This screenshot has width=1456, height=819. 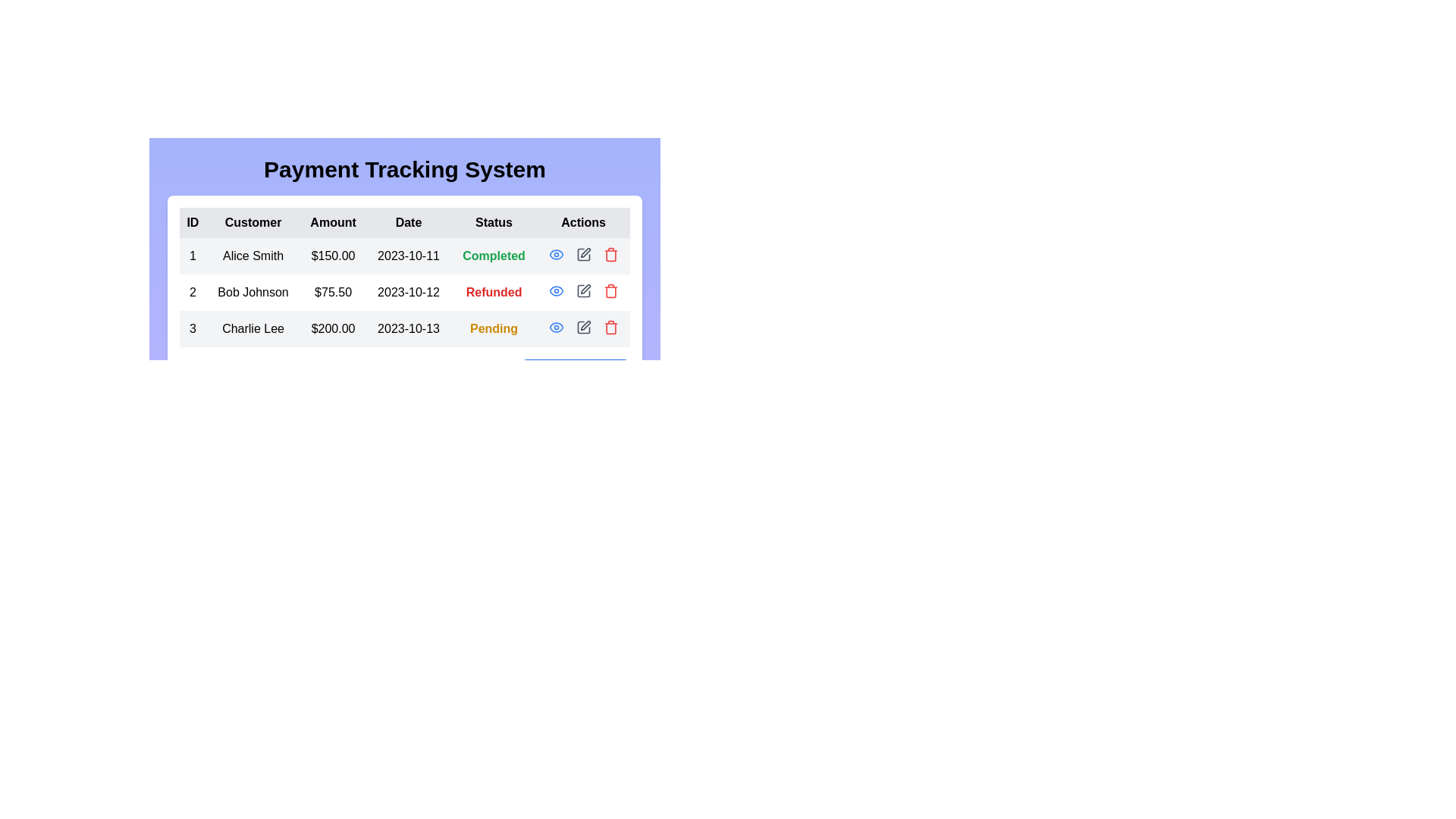 What do you see at coordinates (582, 253) in the screenshot?
I see `the edit icon in the 'Actions' column of the table for Bob Johnson` at bounding box center [582, 253].